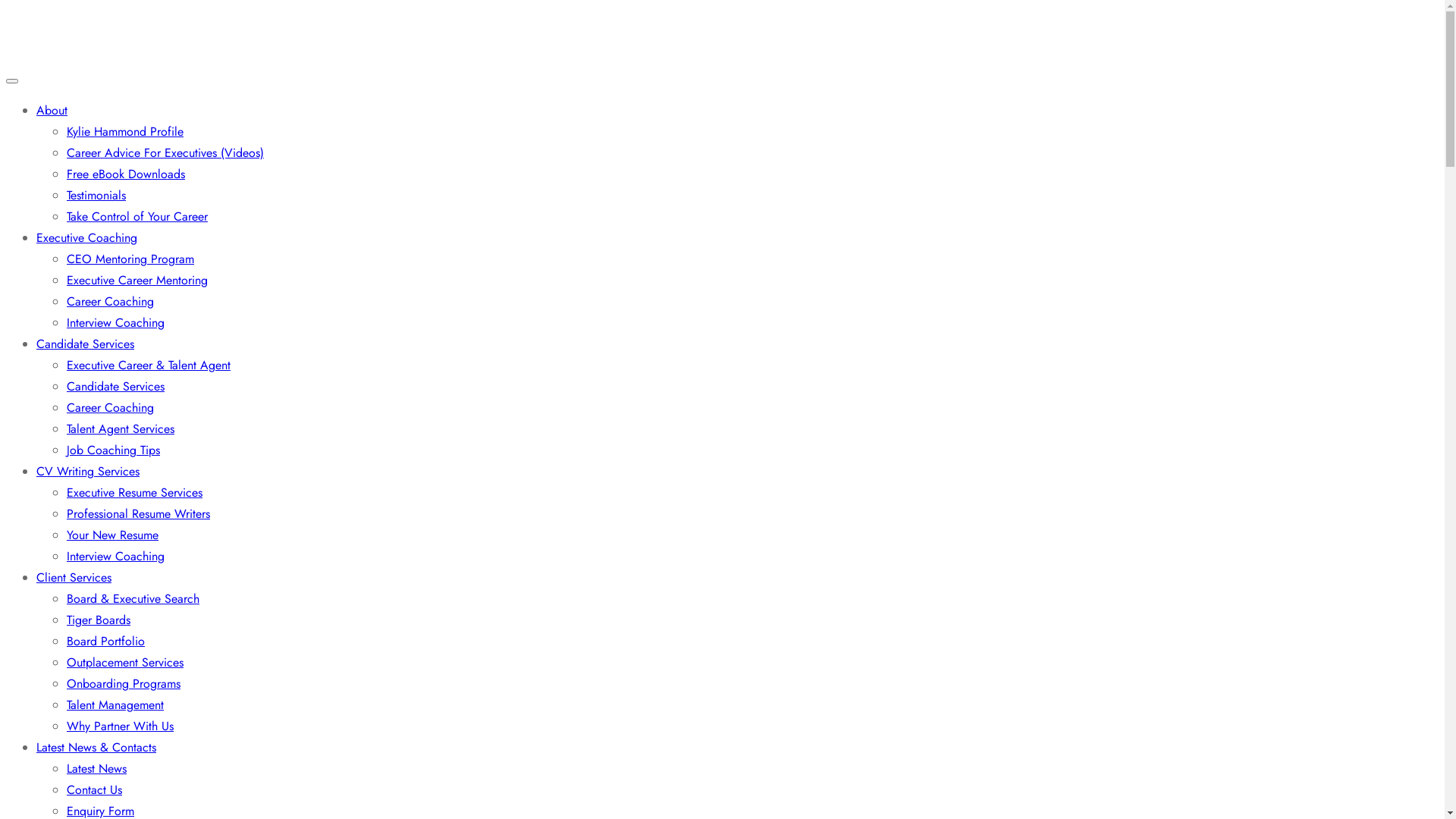  I want to click on 'Candidate Services', so click(115, 385).